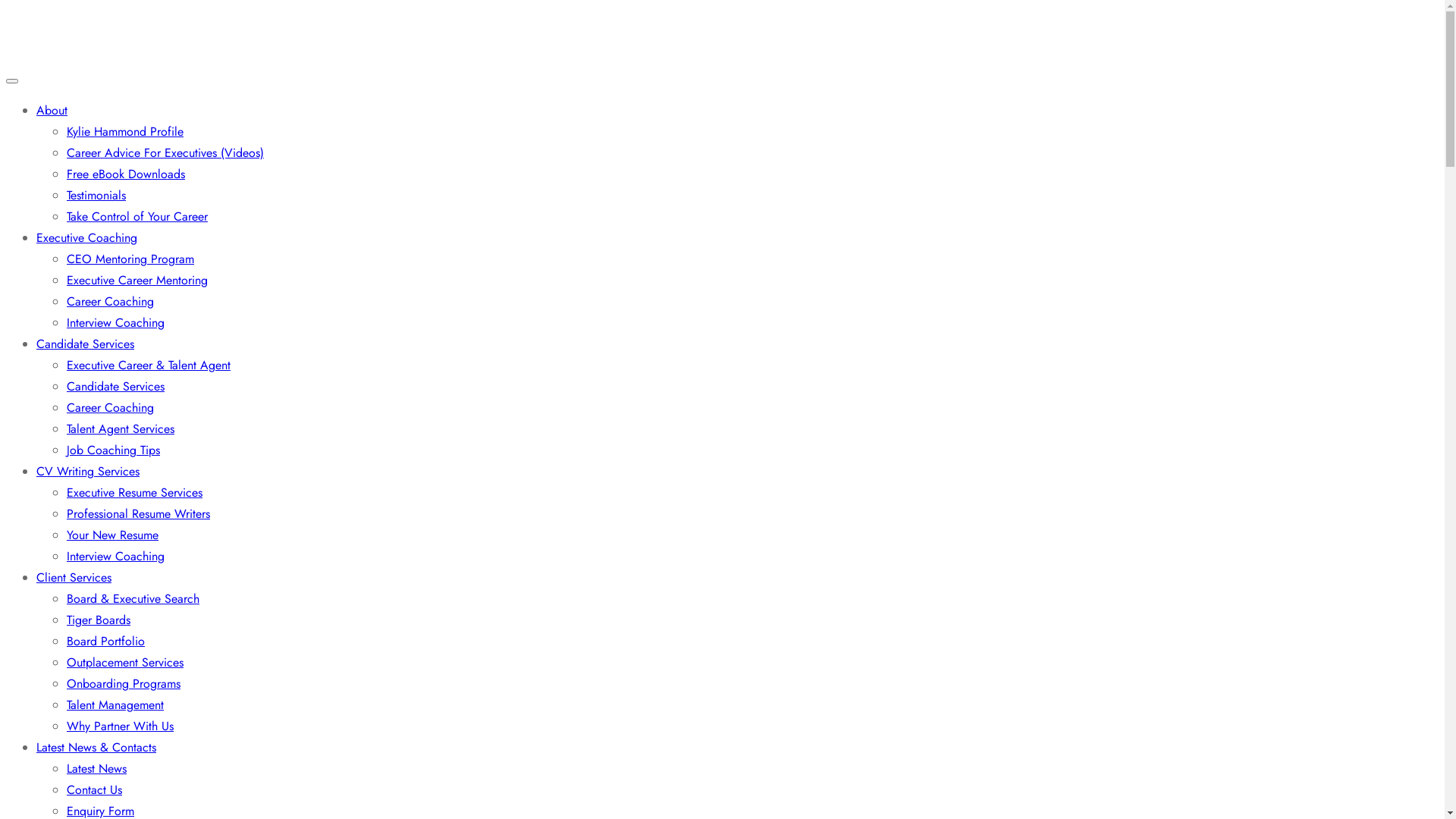  I want to click on 'Candidate Services', so click(115, 385).